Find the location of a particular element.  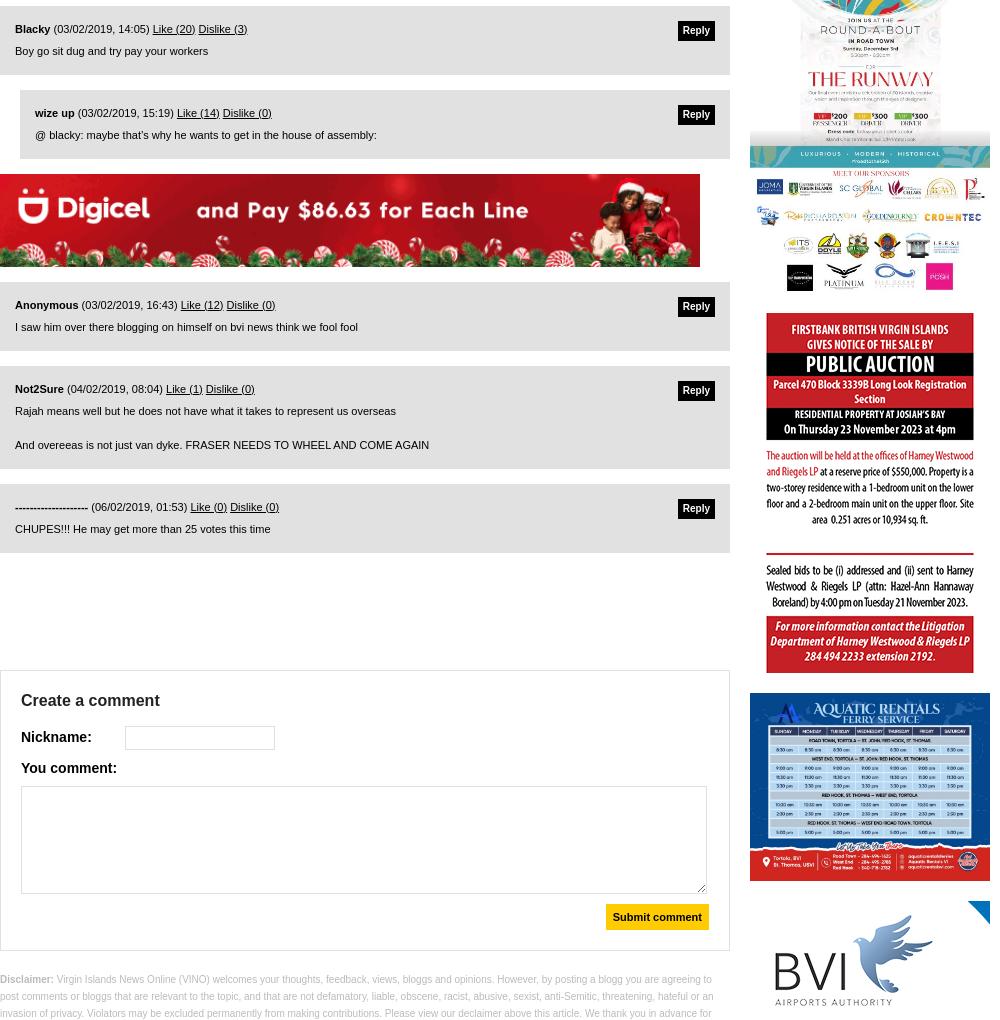

'(03/02/2019, 14:05)' is located at coordinates (100, 27).